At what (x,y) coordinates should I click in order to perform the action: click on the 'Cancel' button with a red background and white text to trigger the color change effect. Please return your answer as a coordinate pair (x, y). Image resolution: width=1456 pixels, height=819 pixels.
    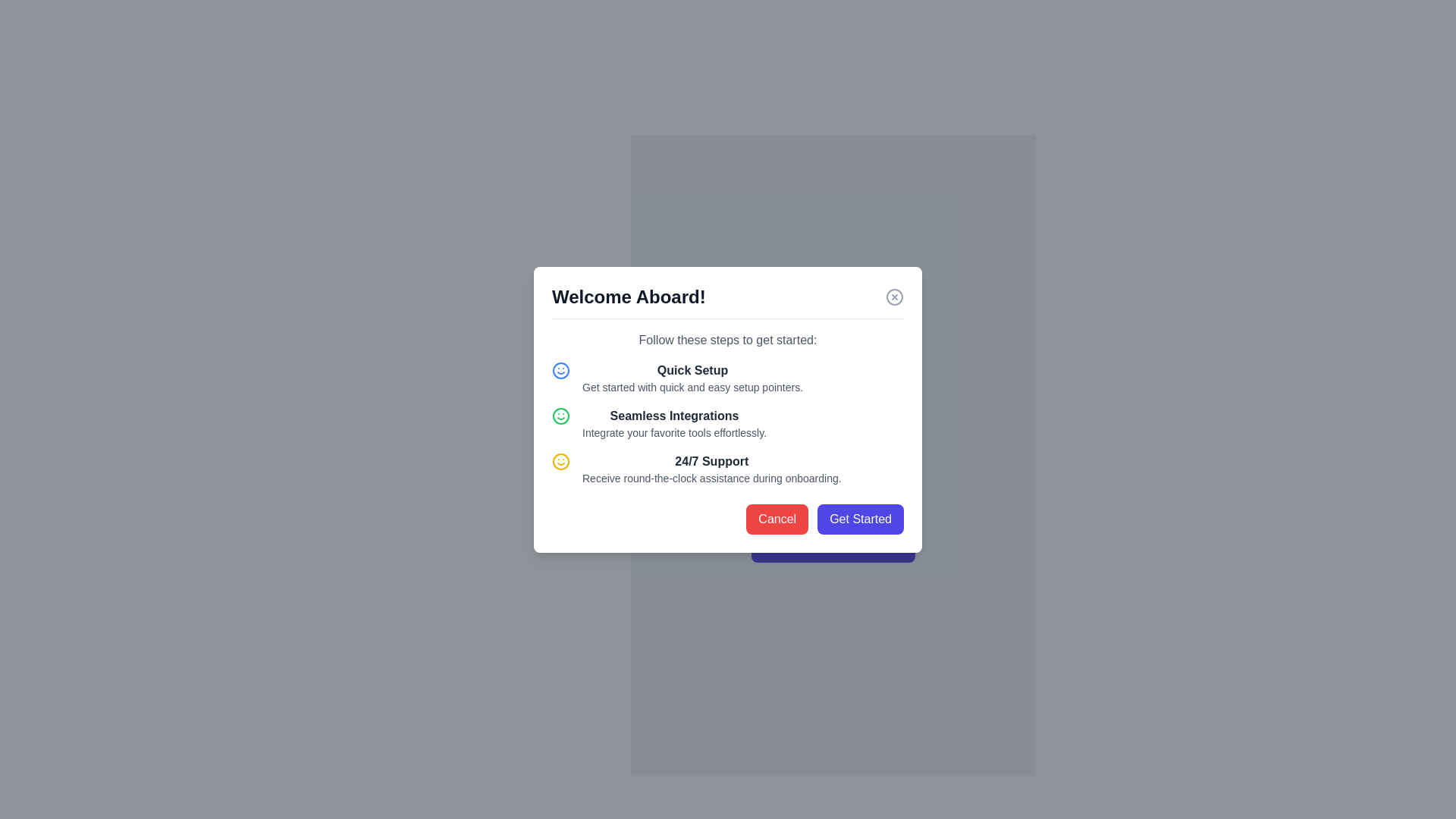
    Looking at the image, I should click on (777, 518).